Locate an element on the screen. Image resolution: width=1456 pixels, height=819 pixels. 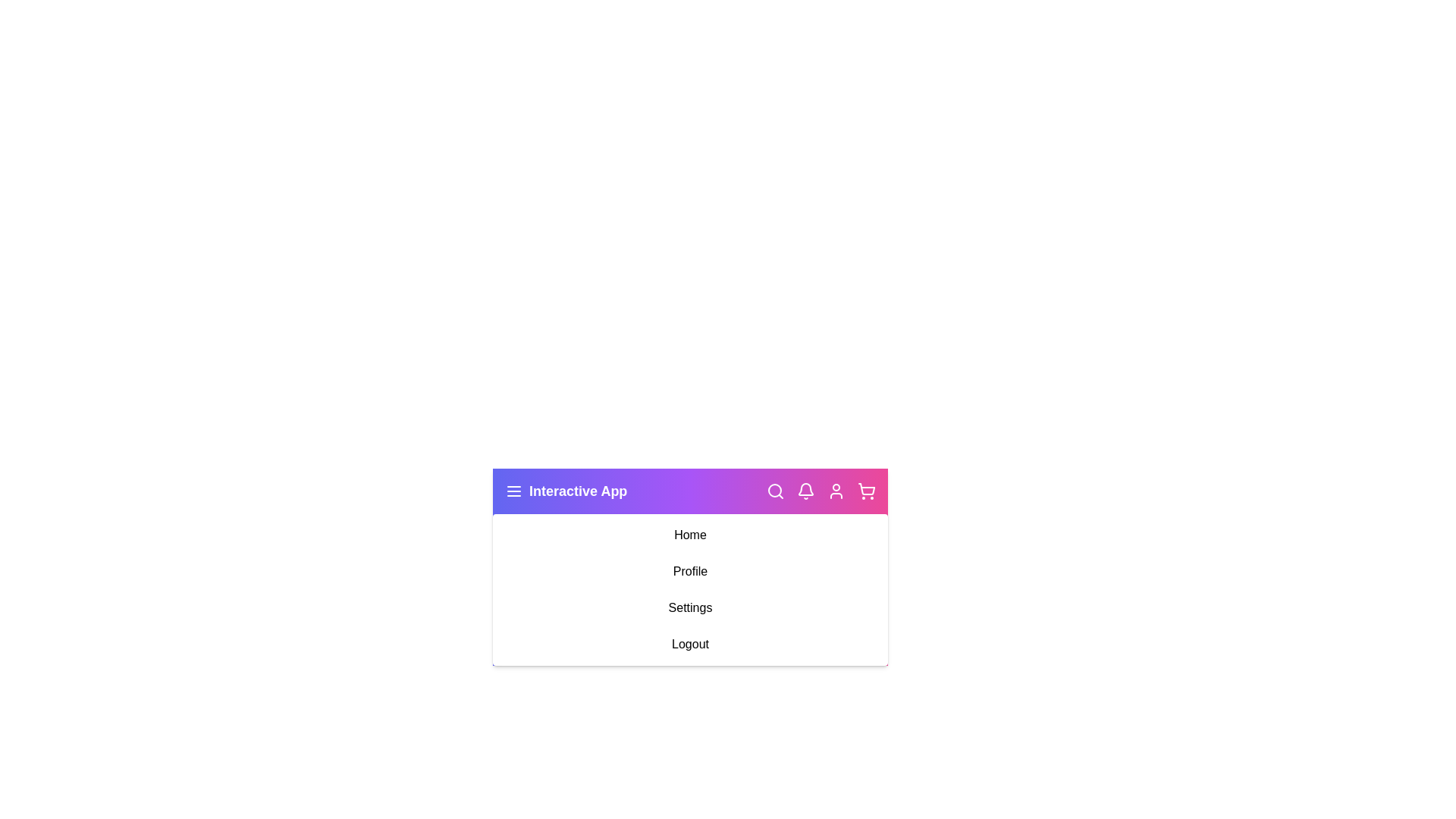
the bell_icon to observe hover effects is located at coordinates (805, 491).